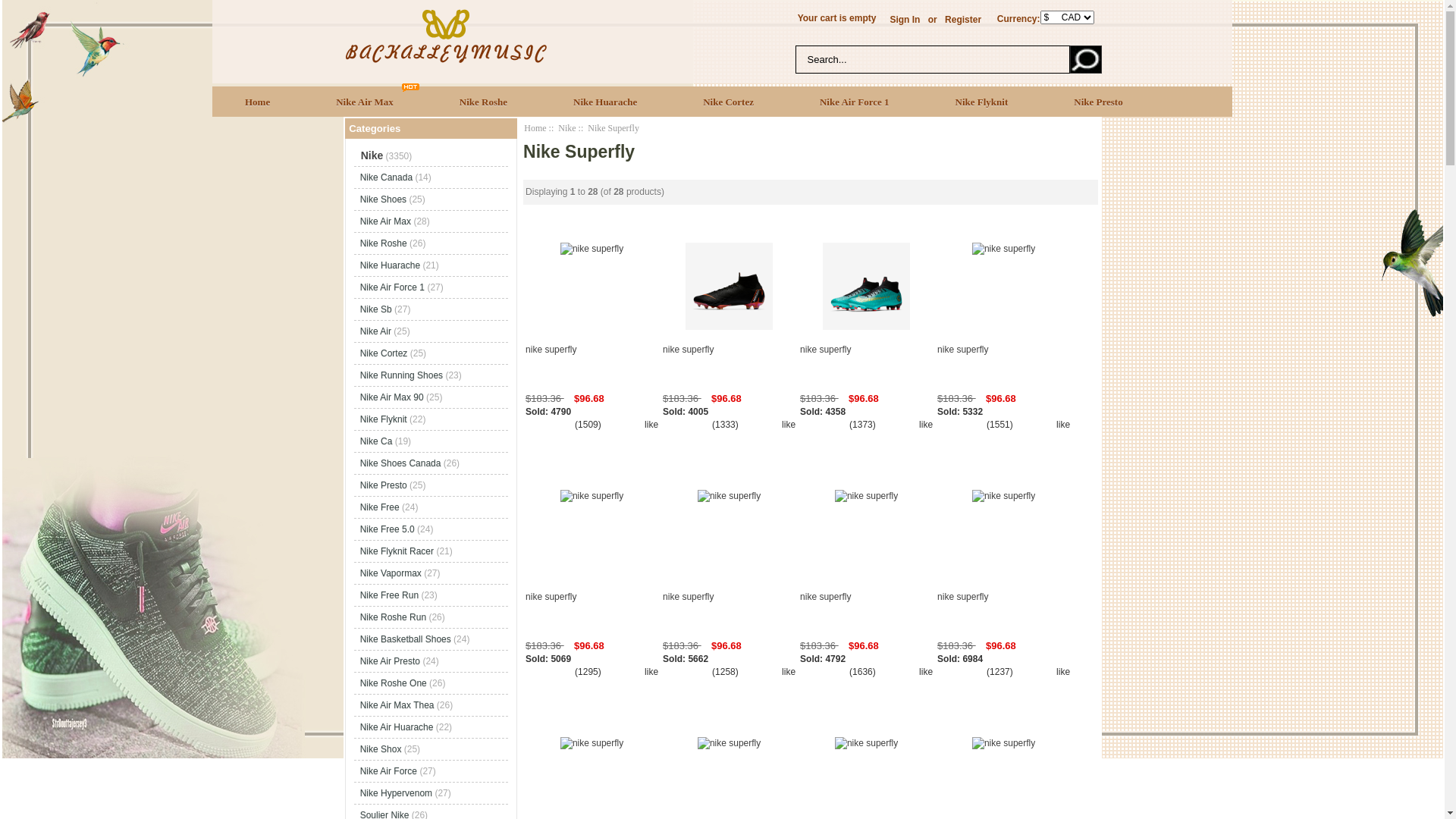  I want to click on 'Nike Cortez', so click(669, 101).